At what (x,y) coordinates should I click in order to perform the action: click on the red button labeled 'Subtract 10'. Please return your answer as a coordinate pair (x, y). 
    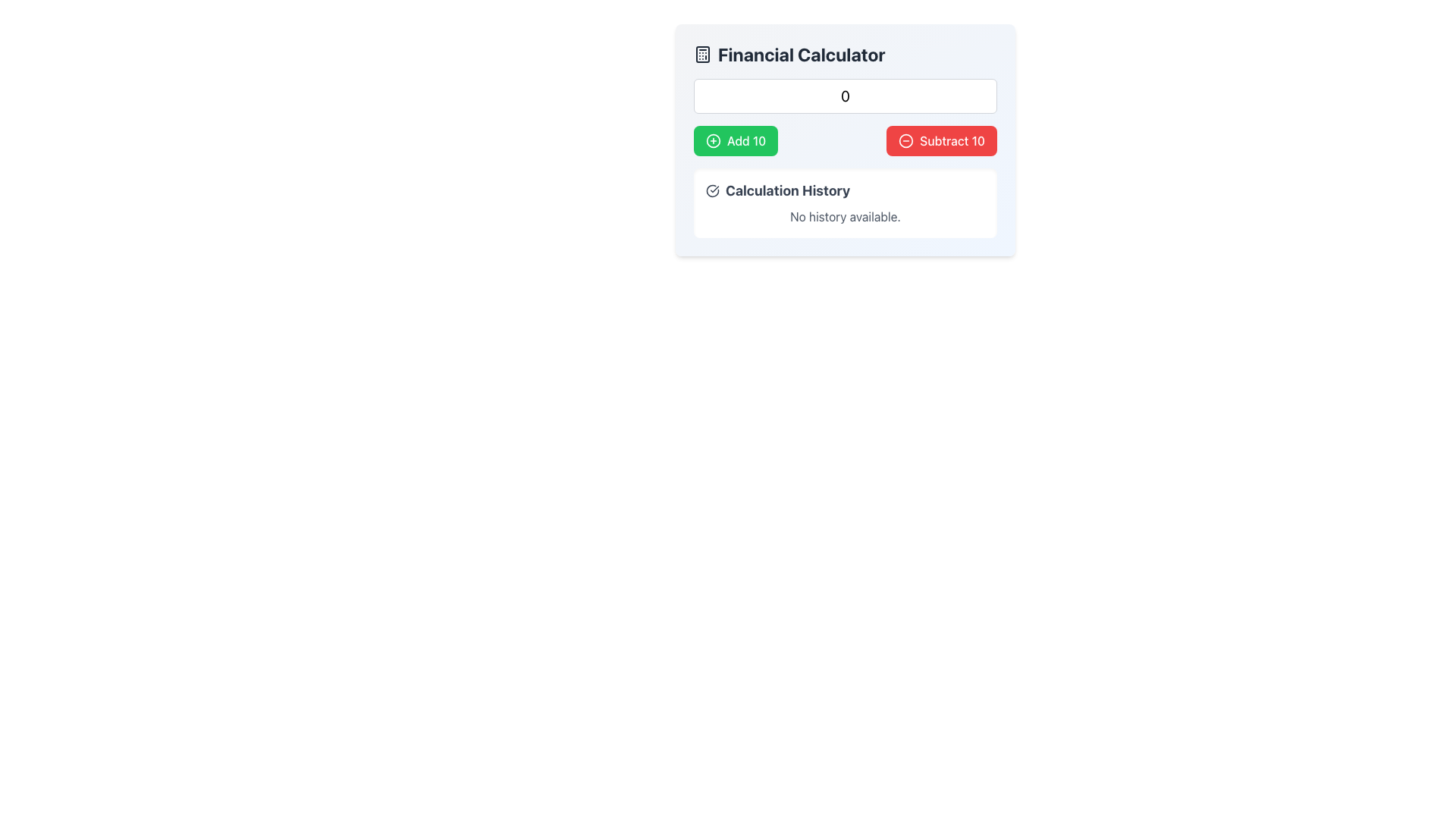
    Looking at the image, I should click on (941, 140).